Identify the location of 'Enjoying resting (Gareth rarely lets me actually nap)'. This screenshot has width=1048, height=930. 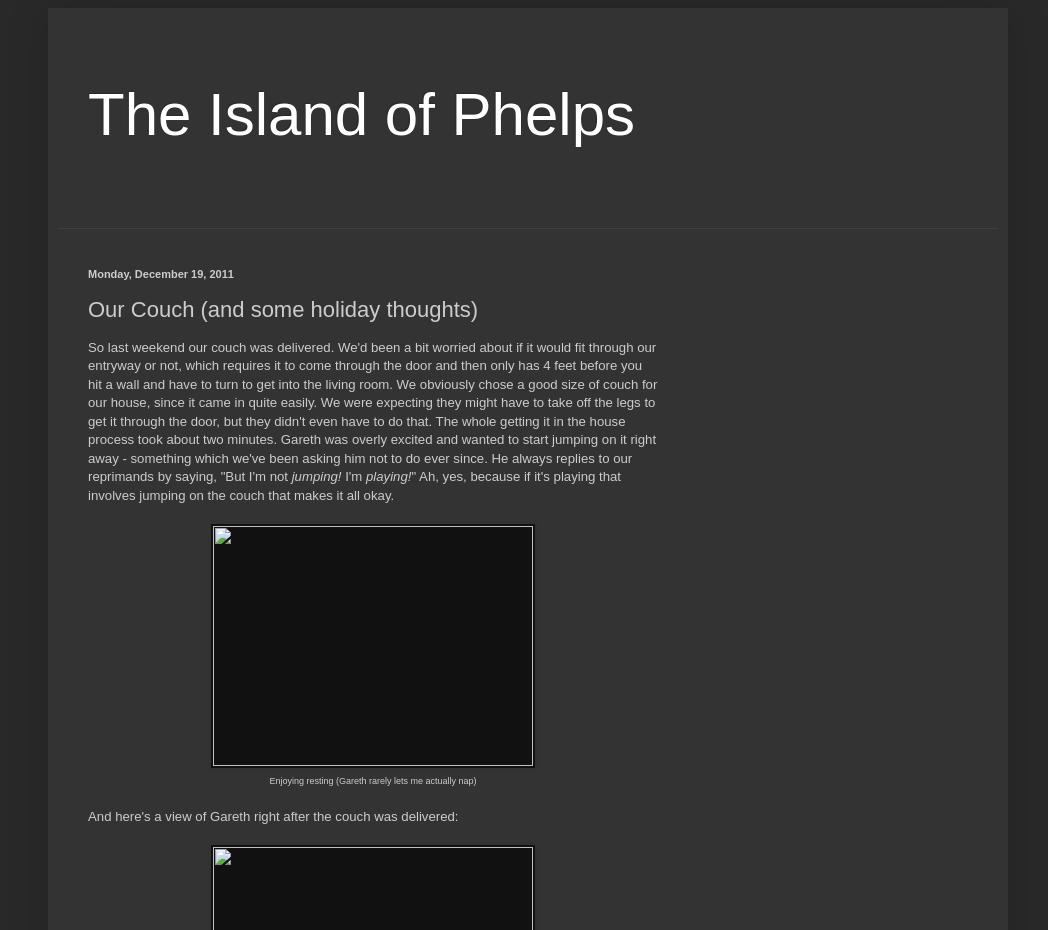
(371, 780).